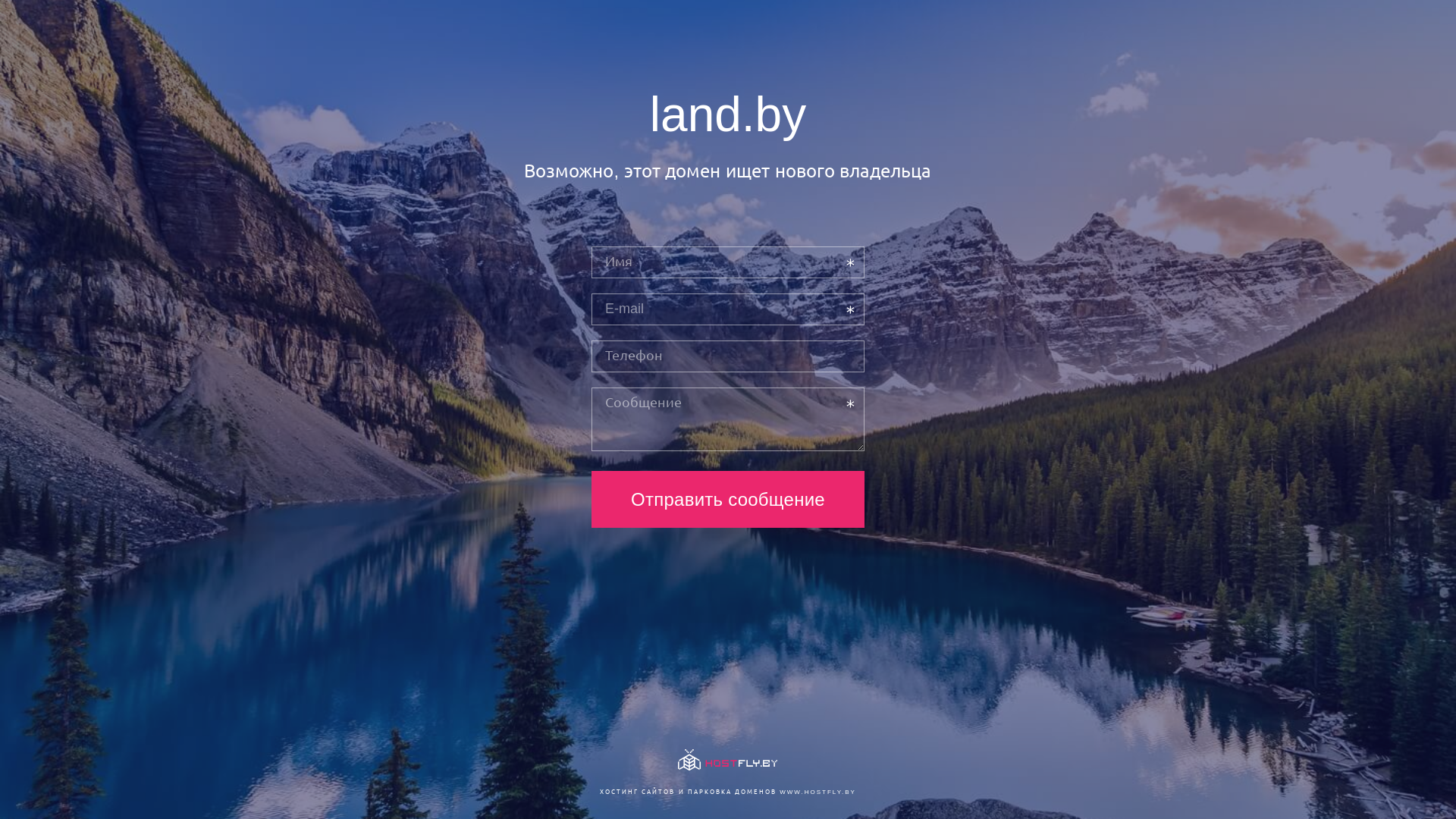 This screenshot has height=819, width=1456. Describe the element at coordinates (817, 791) in the screenshot. I see `'WWW.HOSTFLY.BY'` at that location.